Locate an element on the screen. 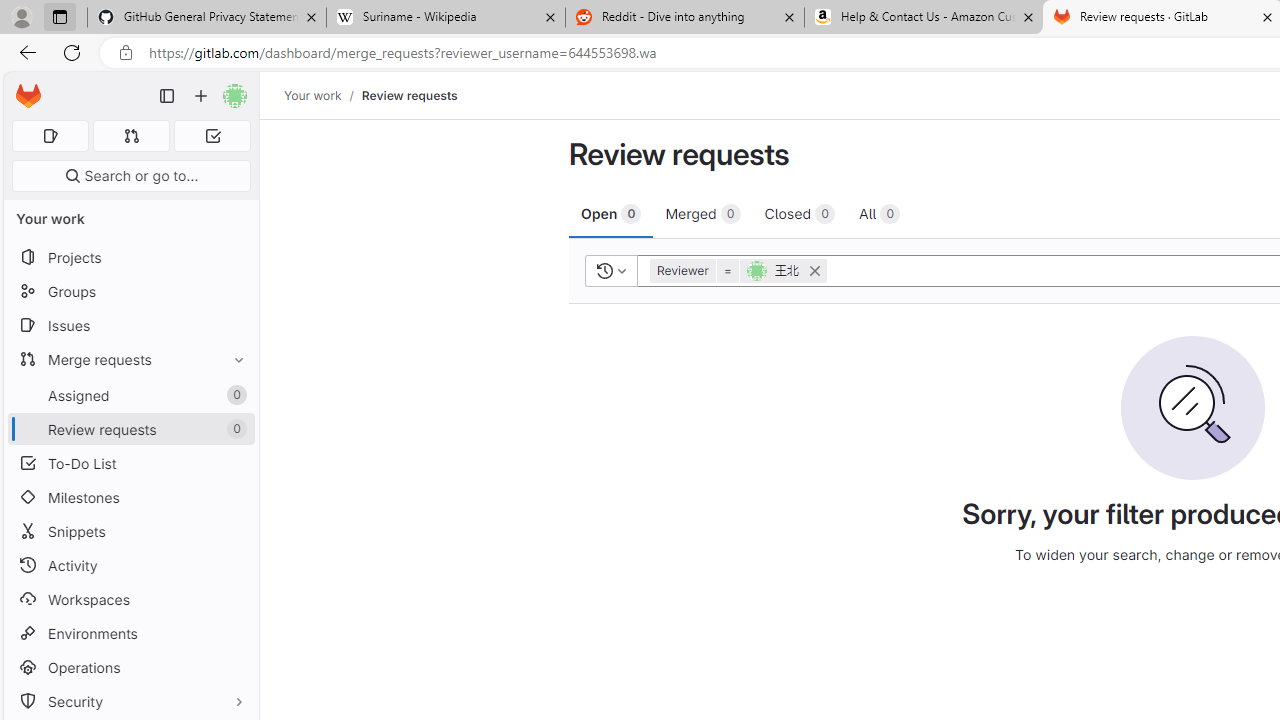  'GitHub General Privacy Statement - GitHub Docs' is located at coordinates (207, 17).